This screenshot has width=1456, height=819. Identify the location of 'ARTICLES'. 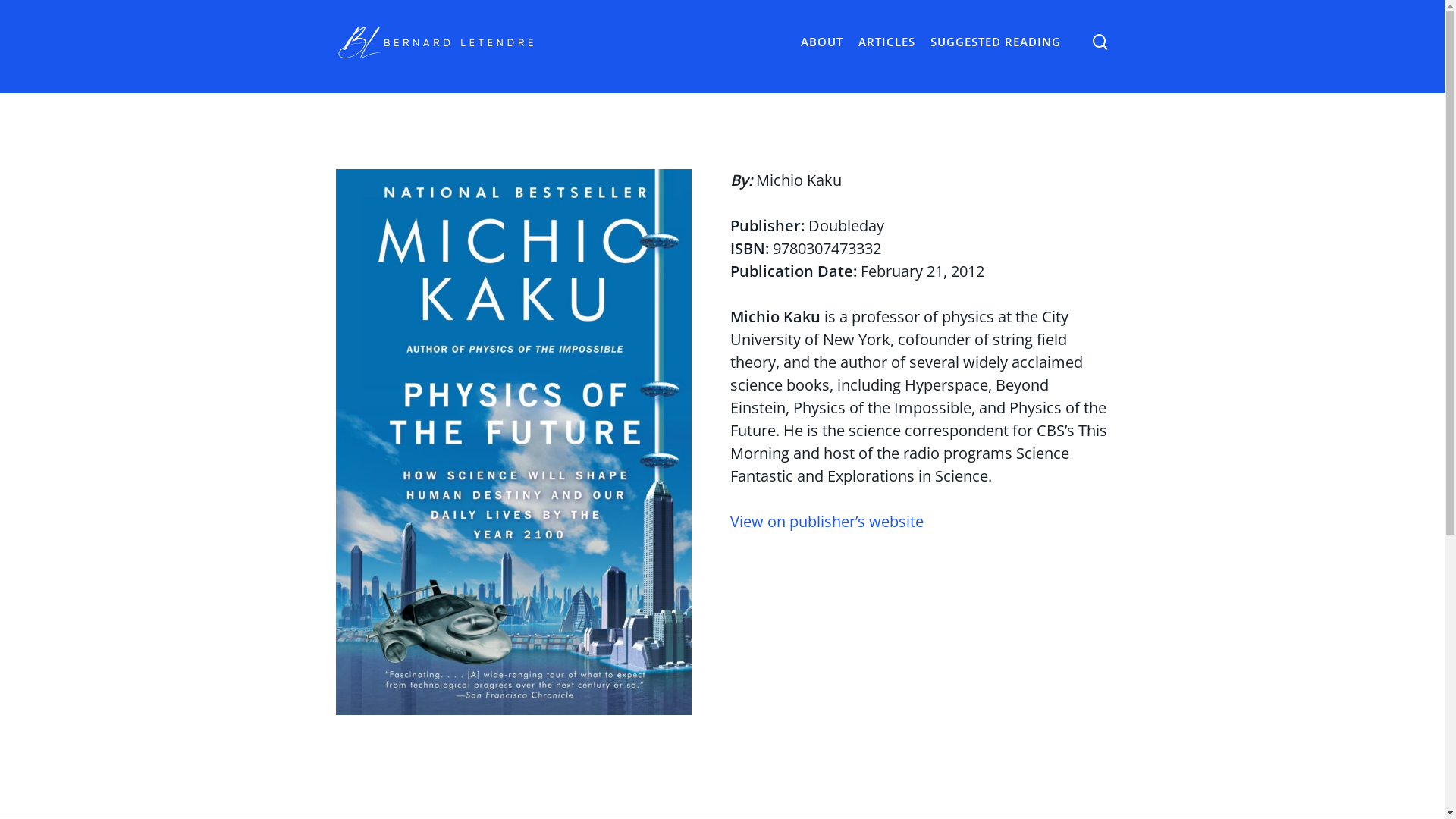
(886, 40).